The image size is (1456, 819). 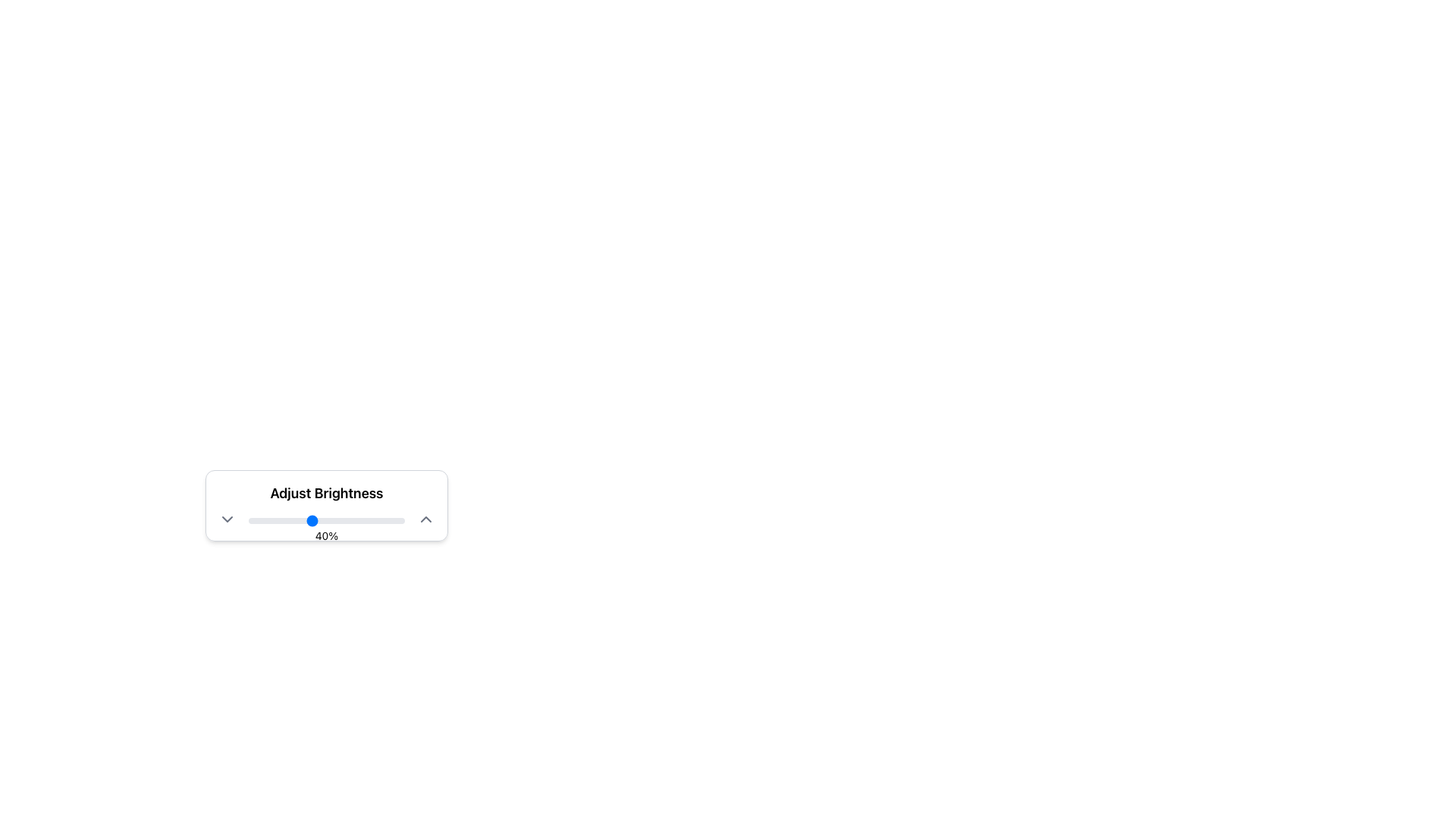 I want to click on the brightness, so click(x=364, y=519).